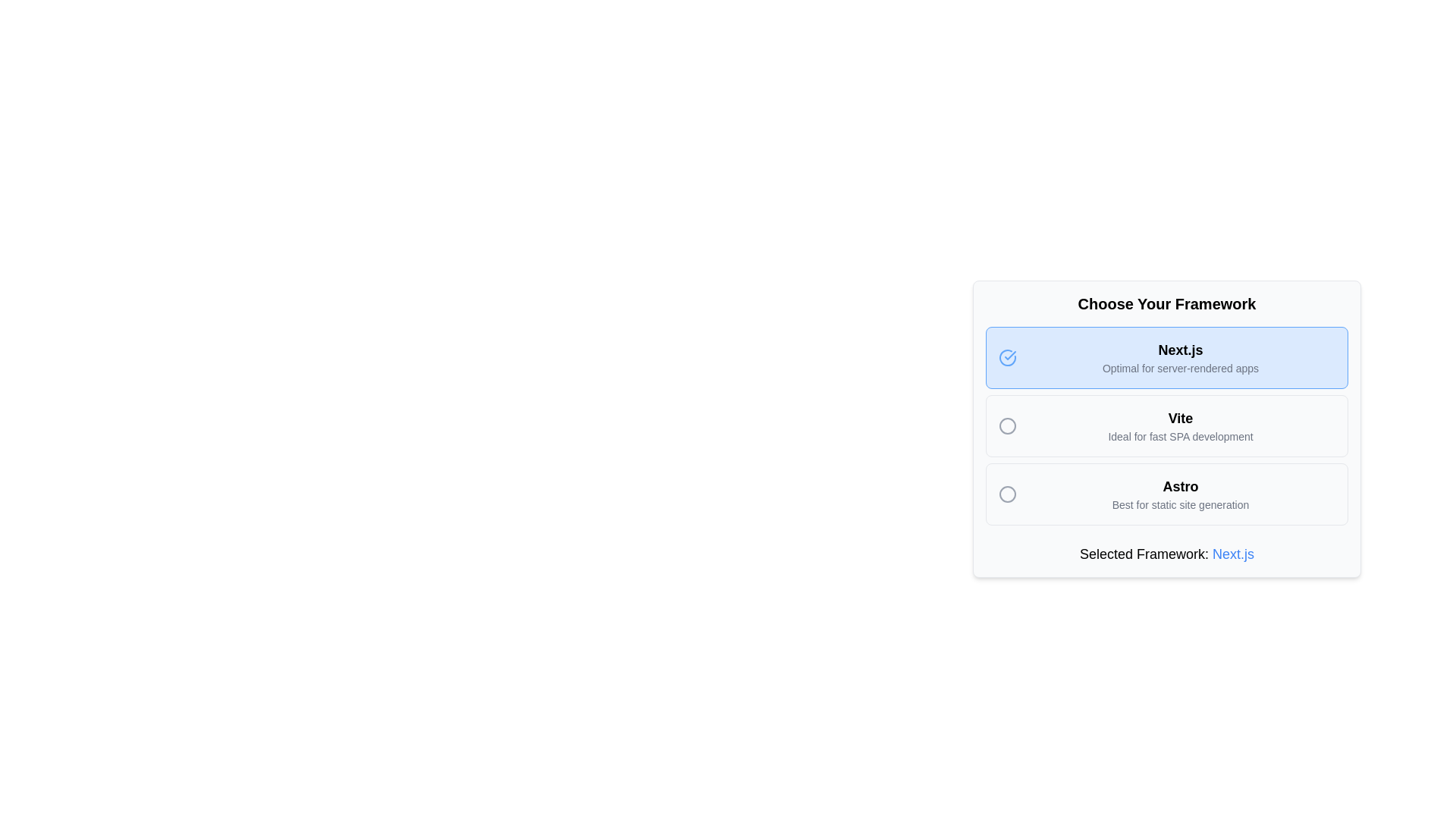 The width and height of the screenshot is (1456, 819). What do you see at coordinates (1012, 357) in the screenshot?
I see `the active icon indicating the selected state for the 'Next.js' option in the framework selection interface, located to the left of the text 'Next.js' and 'Optimal for server-rendered apps'` at bounding box center [1012, 357].